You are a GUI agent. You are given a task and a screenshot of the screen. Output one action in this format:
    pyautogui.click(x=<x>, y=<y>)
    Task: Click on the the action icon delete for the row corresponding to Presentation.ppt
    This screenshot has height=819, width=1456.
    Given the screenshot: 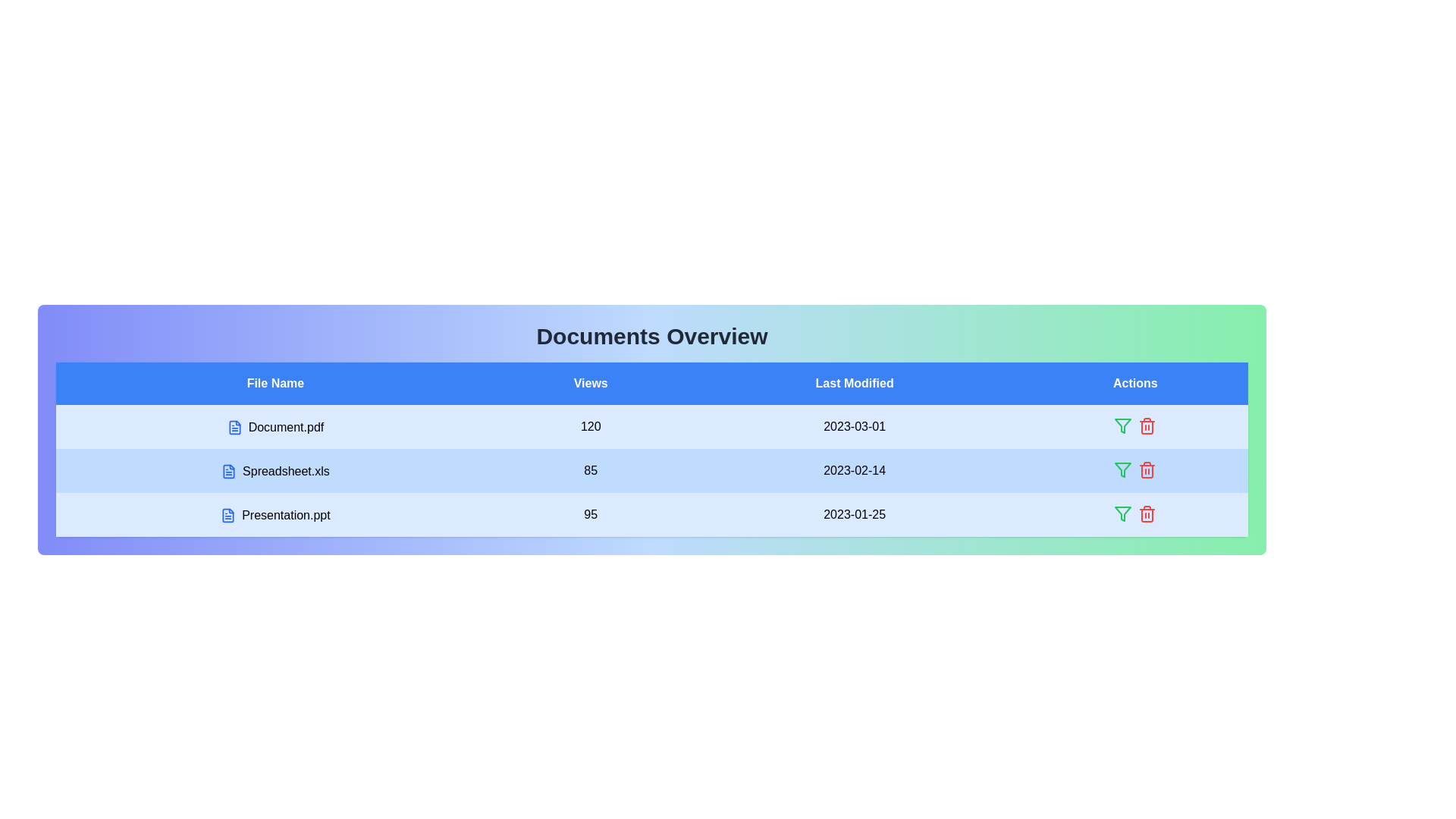 What is the action you would take?
    pyautogui.click(x=1147, y=513)
    